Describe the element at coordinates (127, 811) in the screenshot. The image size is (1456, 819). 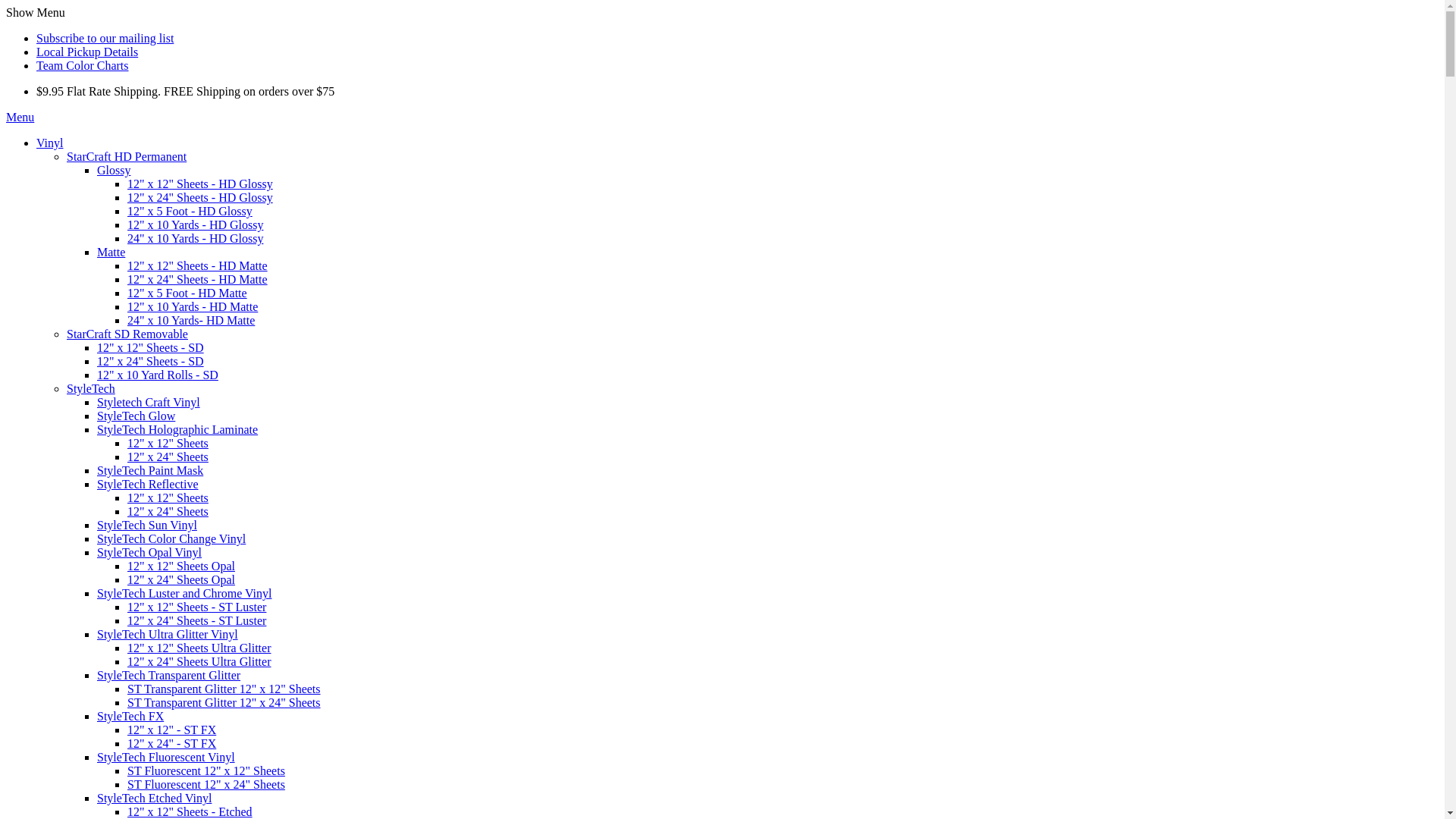
I see `'12" x 12" Sheets - Etched'` at that location.